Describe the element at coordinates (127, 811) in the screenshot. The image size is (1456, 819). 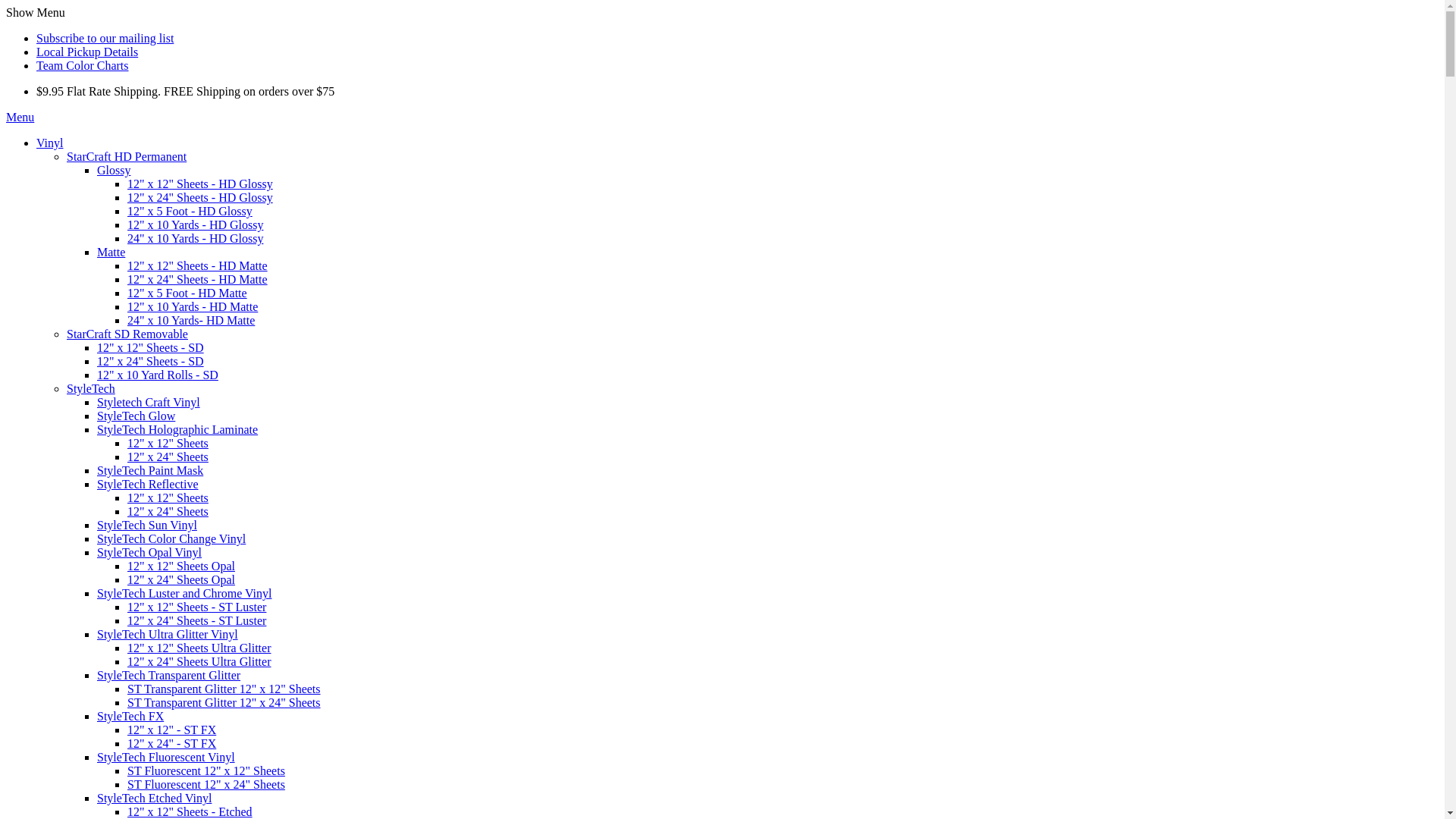
I see `'12" x 12" Sheets - Etched'` at that location.